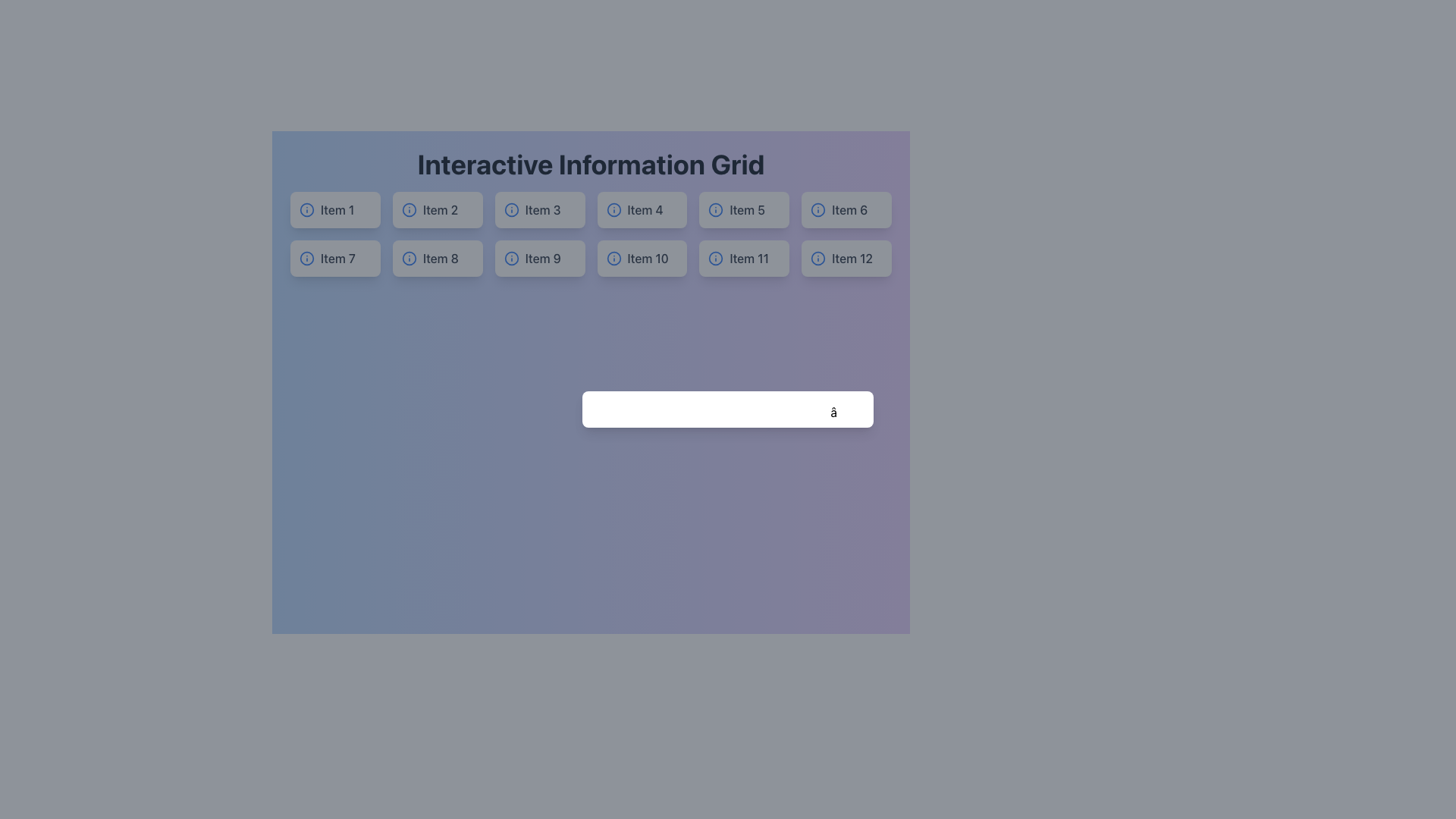 Image resolution: width=1456 pixels, height=819 pixels. I want to click on the small blue circular icon with an 'i' in the center located in the second row and second column of the 'Interactive Information Grid', part of the 'Item 8' button structure, so click(409, 257).